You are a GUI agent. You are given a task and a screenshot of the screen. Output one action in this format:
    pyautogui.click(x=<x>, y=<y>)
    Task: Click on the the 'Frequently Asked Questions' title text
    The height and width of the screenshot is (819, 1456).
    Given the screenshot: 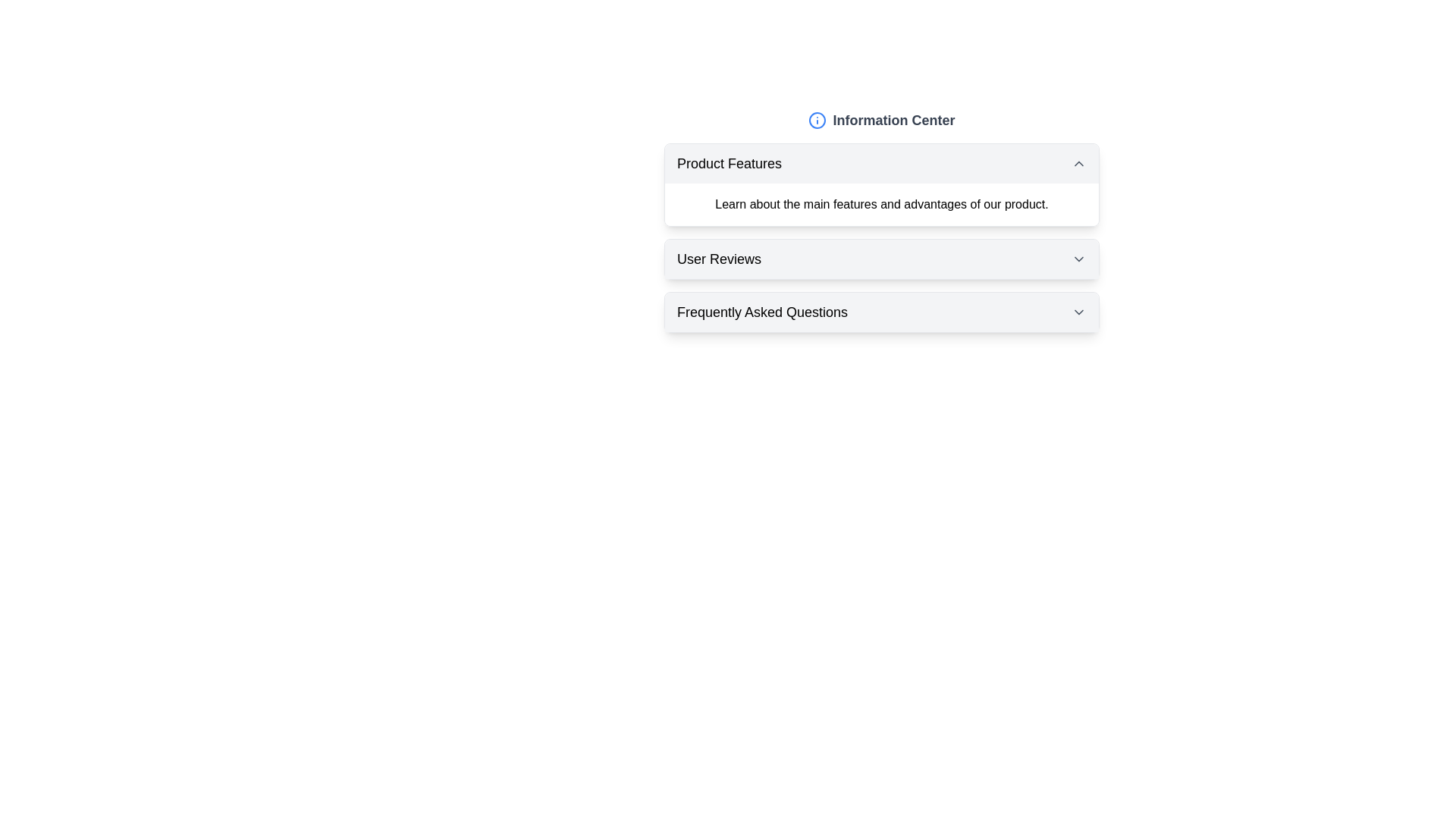 What is the action you would take?
    pyautogui.click(x=762, y=312)
    